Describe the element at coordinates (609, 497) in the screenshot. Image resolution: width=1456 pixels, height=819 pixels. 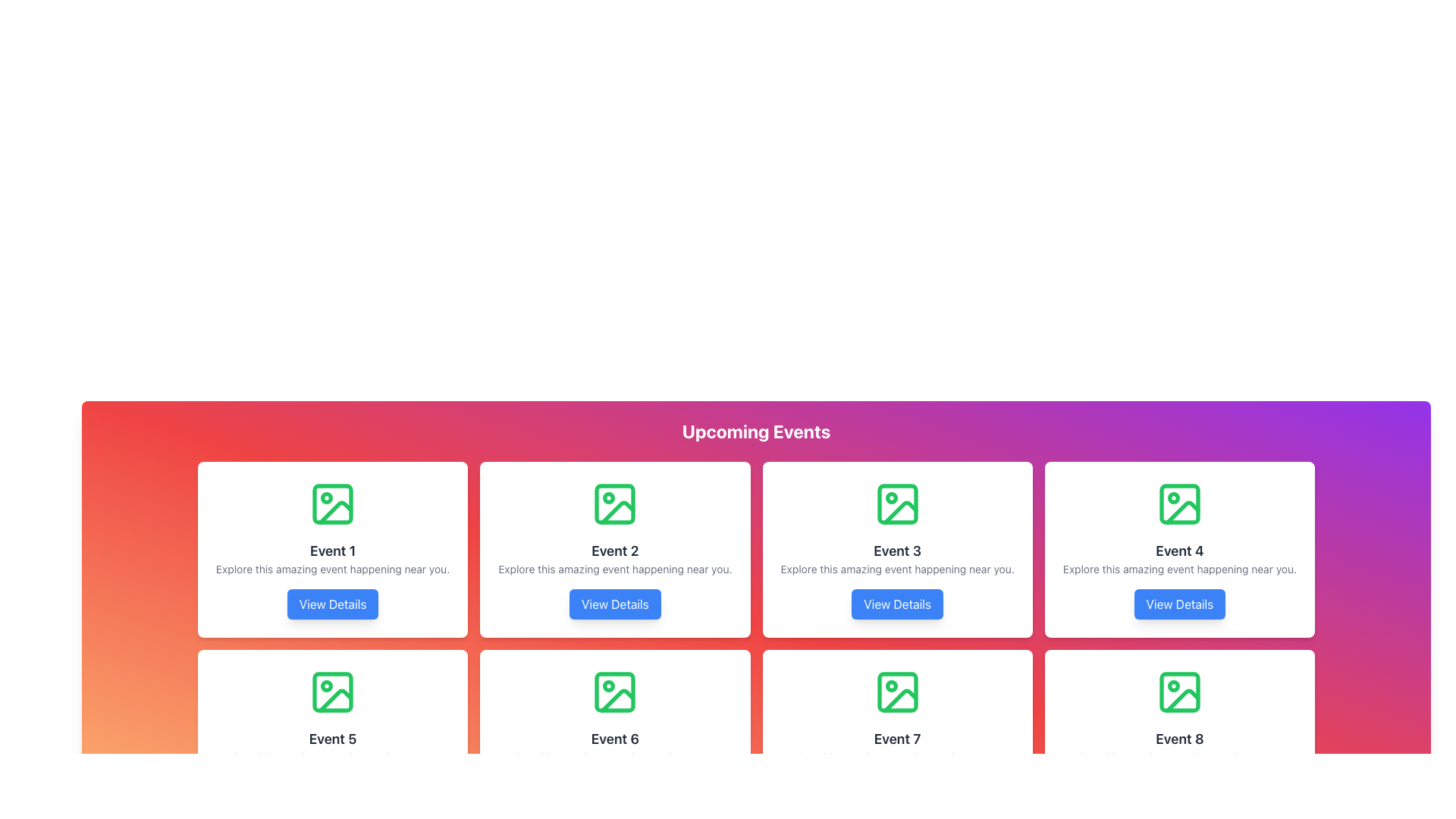
I see `the small circular dot feature within the SVG icon of the 'Event 2' card, which has a green outline and is located near the top-left corner of the icon` at that location.